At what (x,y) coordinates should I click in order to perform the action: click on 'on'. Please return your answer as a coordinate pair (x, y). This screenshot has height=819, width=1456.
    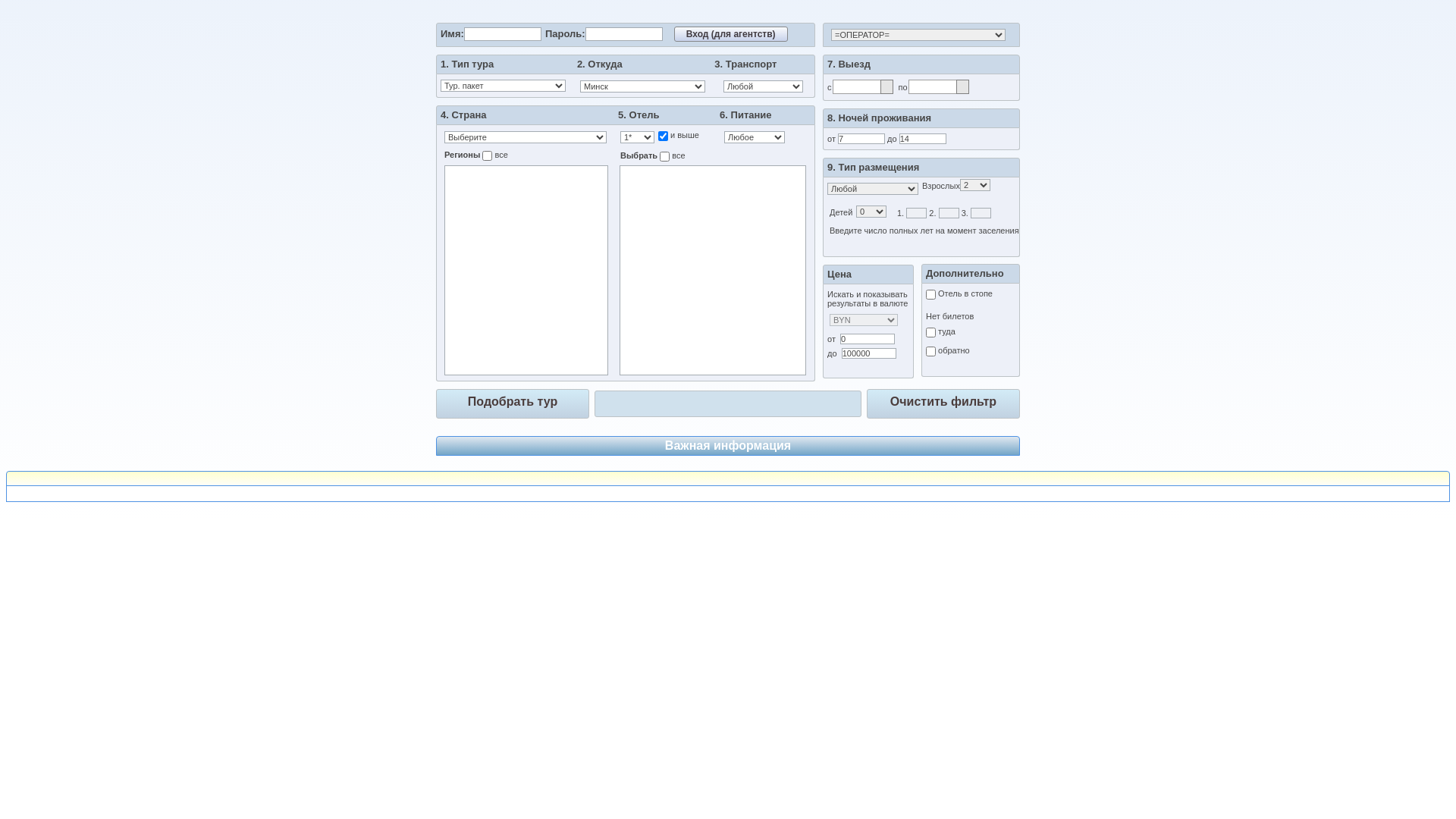
    Looking at the image, I should click on (663, 135).